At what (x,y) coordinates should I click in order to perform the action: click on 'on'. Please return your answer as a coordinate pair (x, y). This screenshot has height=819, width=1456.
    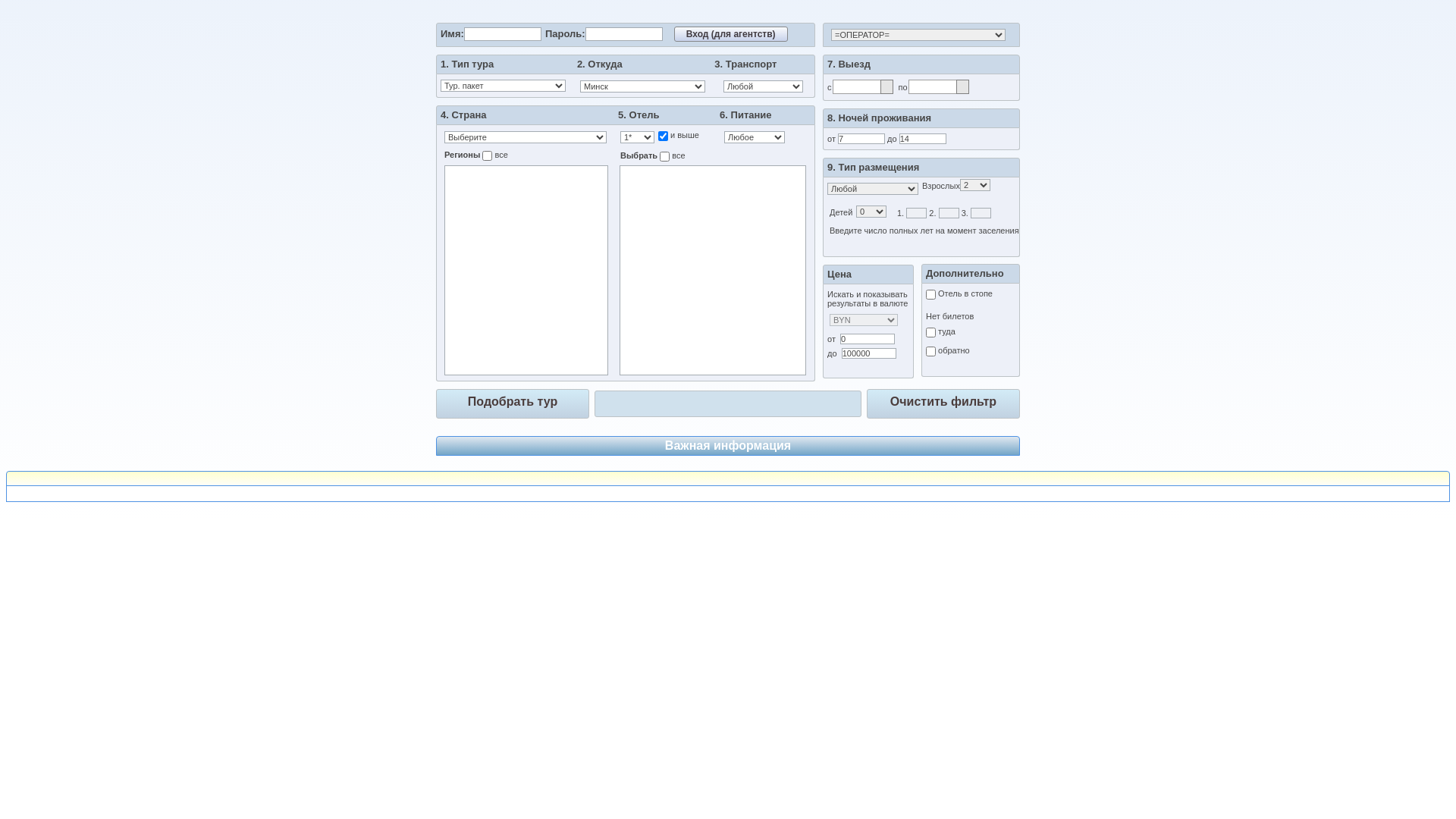
    Looking at the image, I should click on (663, 135).